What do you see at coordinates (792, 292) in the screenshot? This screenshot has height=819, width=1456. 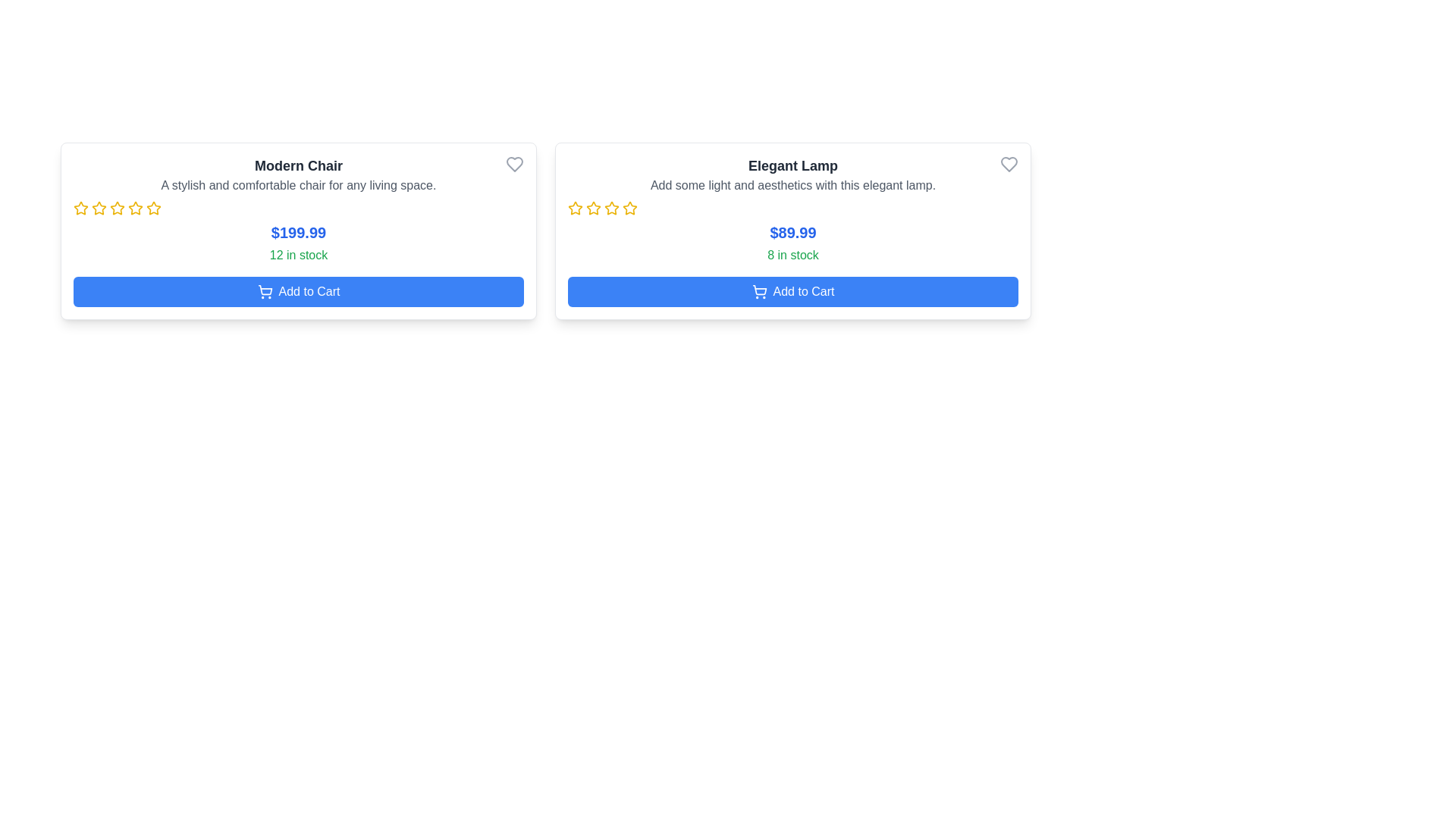 I see `the 'Add to Cart' button with a vibrant blue background and white text, located beneath '8 in stock' in the 'Elegant Lamp' card` at bounding box center [792, 292].